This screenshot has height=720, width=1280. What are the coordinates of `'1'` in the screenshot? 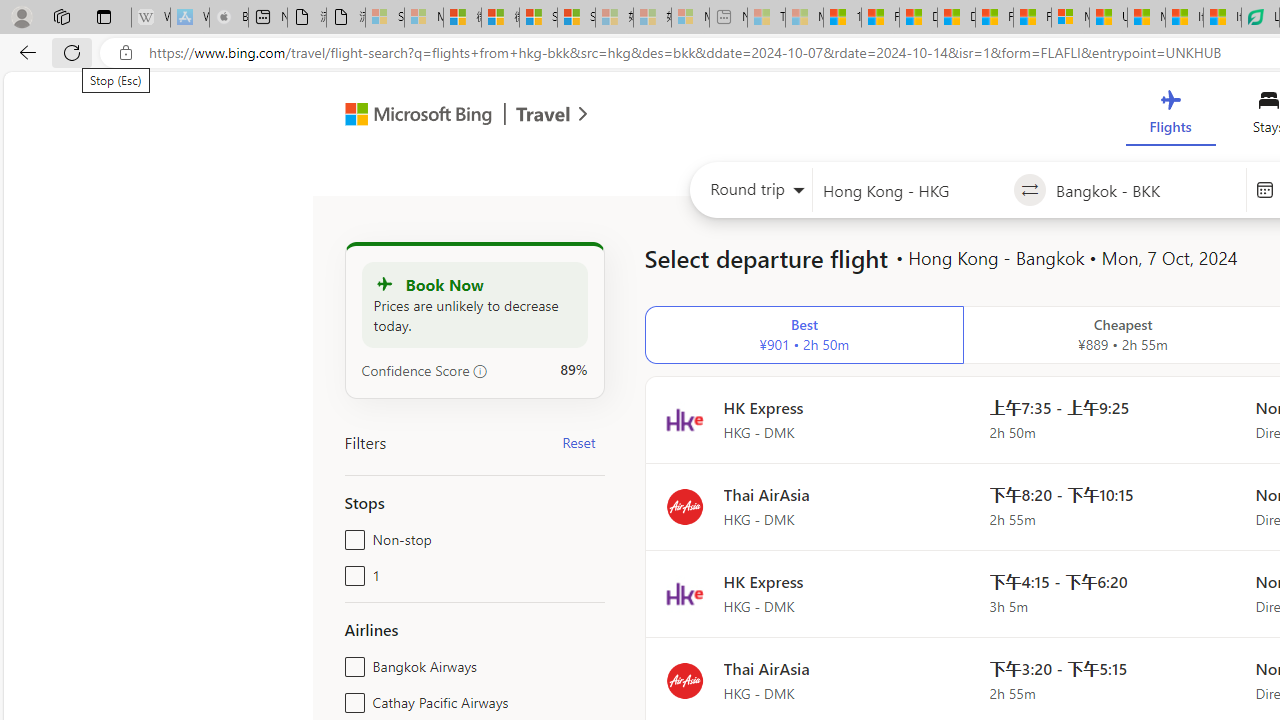 It's located at (351, 572).